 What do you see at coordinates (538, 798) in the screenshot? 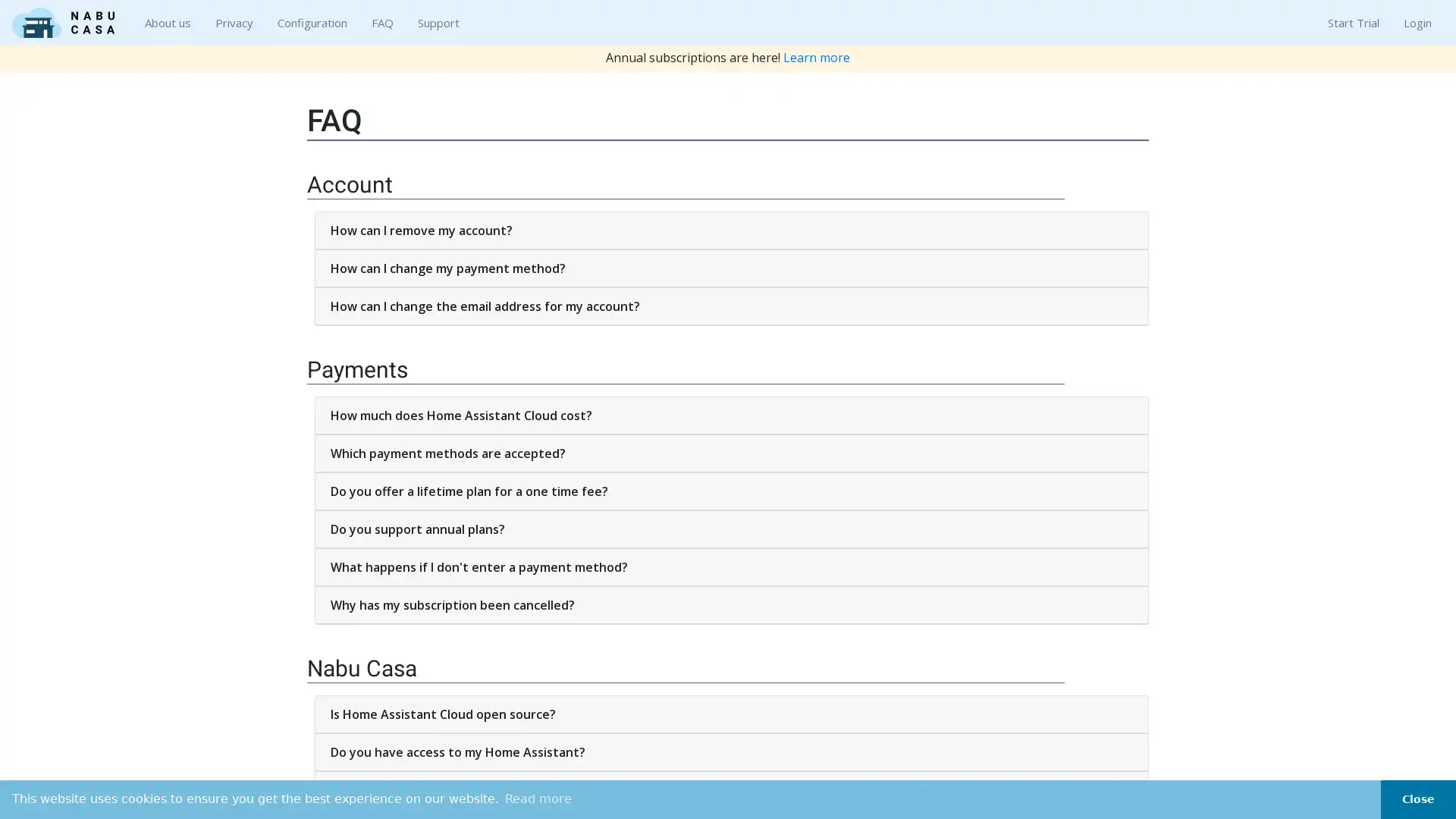
I see `learn more about cookies` at bounding box center [538, 798].